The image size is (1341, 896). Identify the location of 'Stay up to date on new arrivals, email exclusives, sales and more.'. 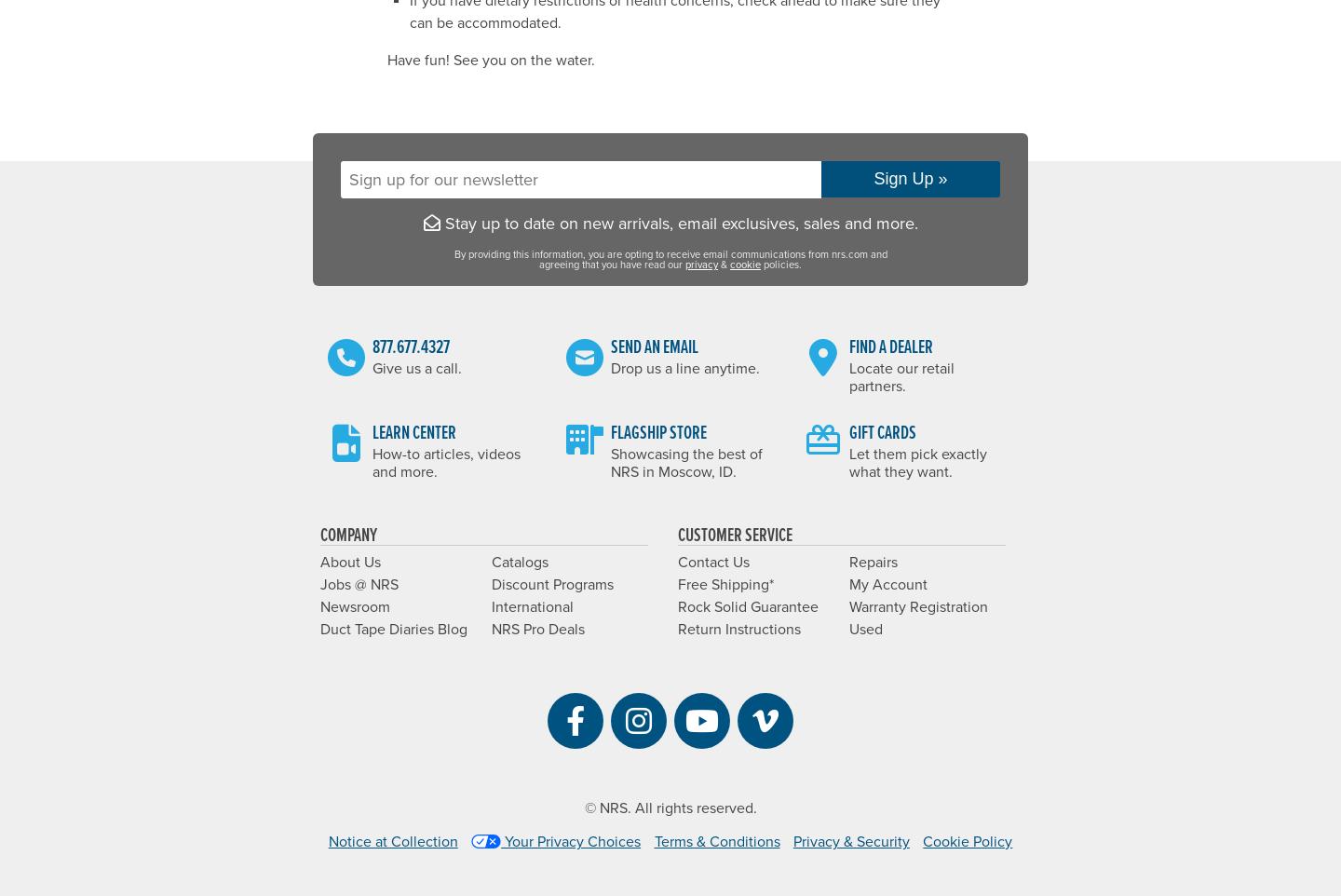
(677, 221).